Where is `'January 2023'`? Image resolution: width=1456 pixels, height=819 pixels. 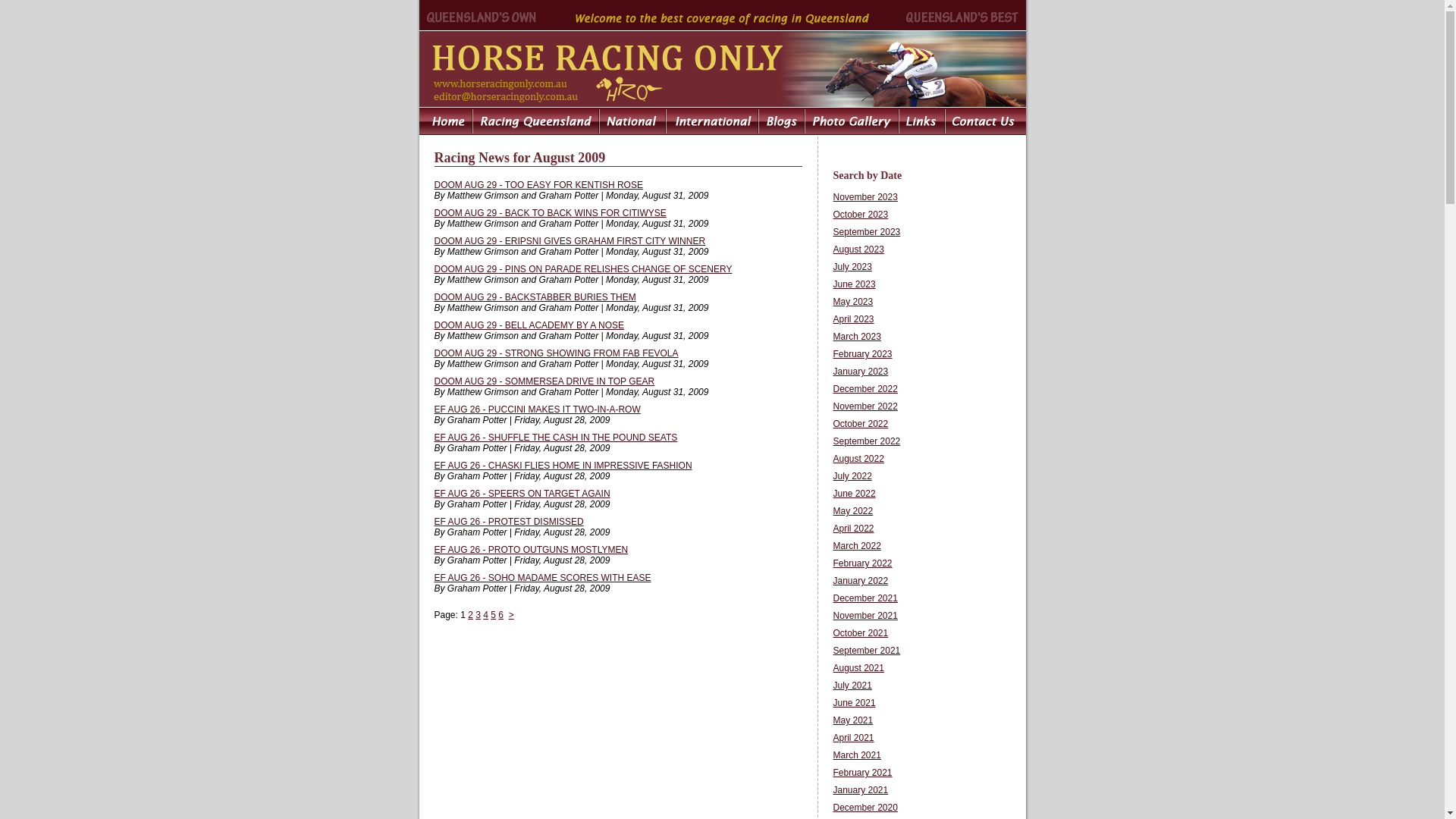 'January 2023' is located at coordinates (860, 371).